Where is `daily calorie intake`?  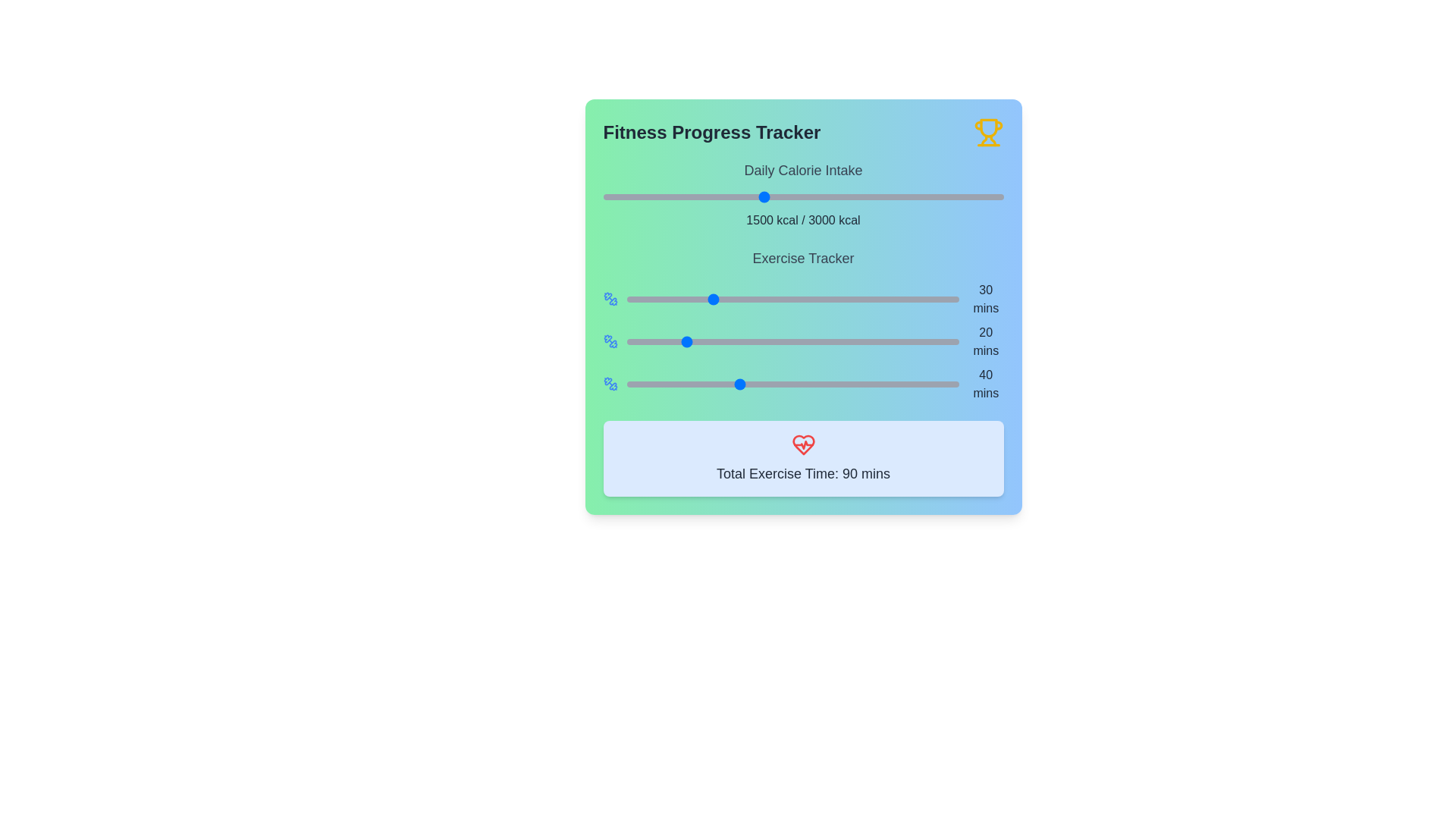
daily calorie intake is located at coordinates (954, 196).